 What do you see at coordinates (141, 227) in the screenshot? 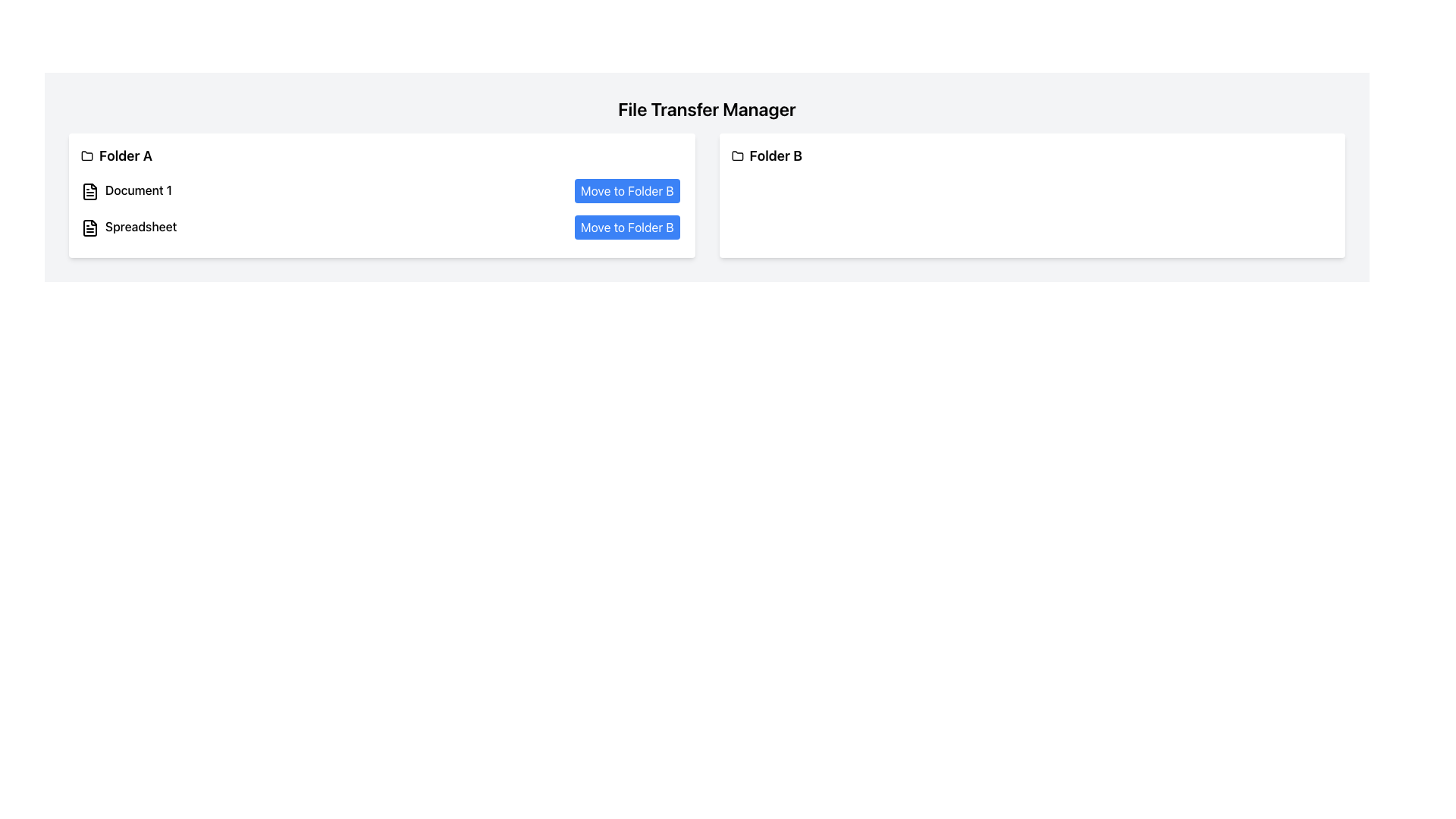
I see `the text label displaying 'Spreadsheet' located under 'Folder A'` at bounding box center [141, 227].